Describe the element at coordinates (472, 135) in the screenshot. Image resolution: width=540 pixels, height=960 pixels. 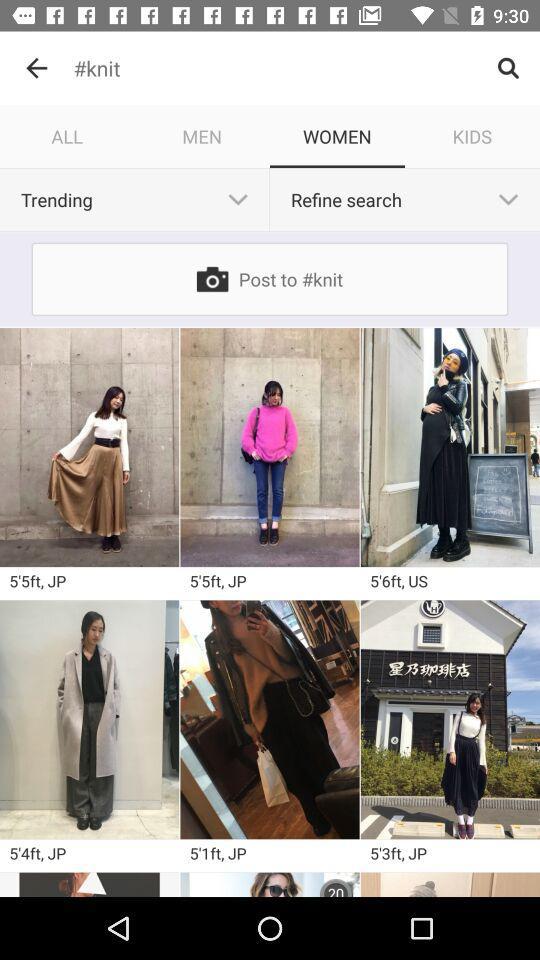
I see `kids` at that location.